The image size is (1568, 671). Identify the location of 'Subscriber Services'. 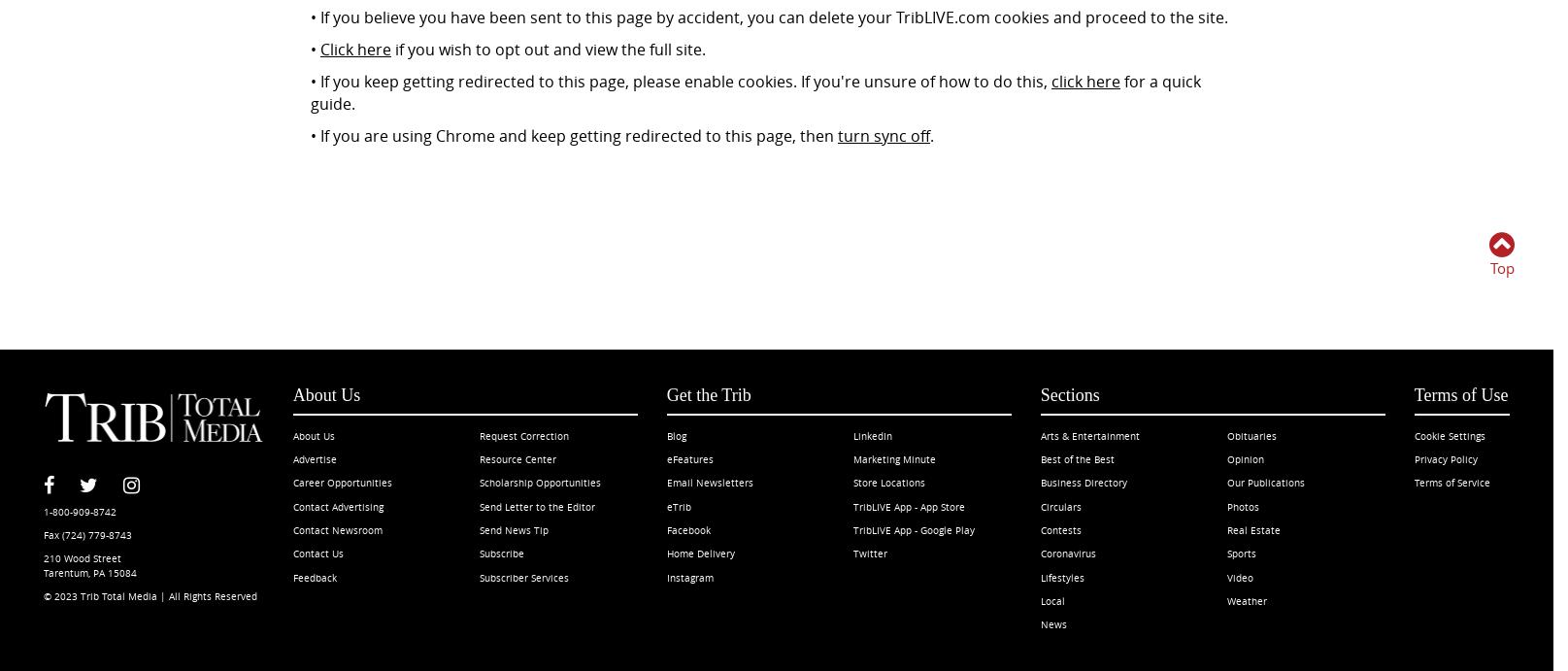
(479, 576).